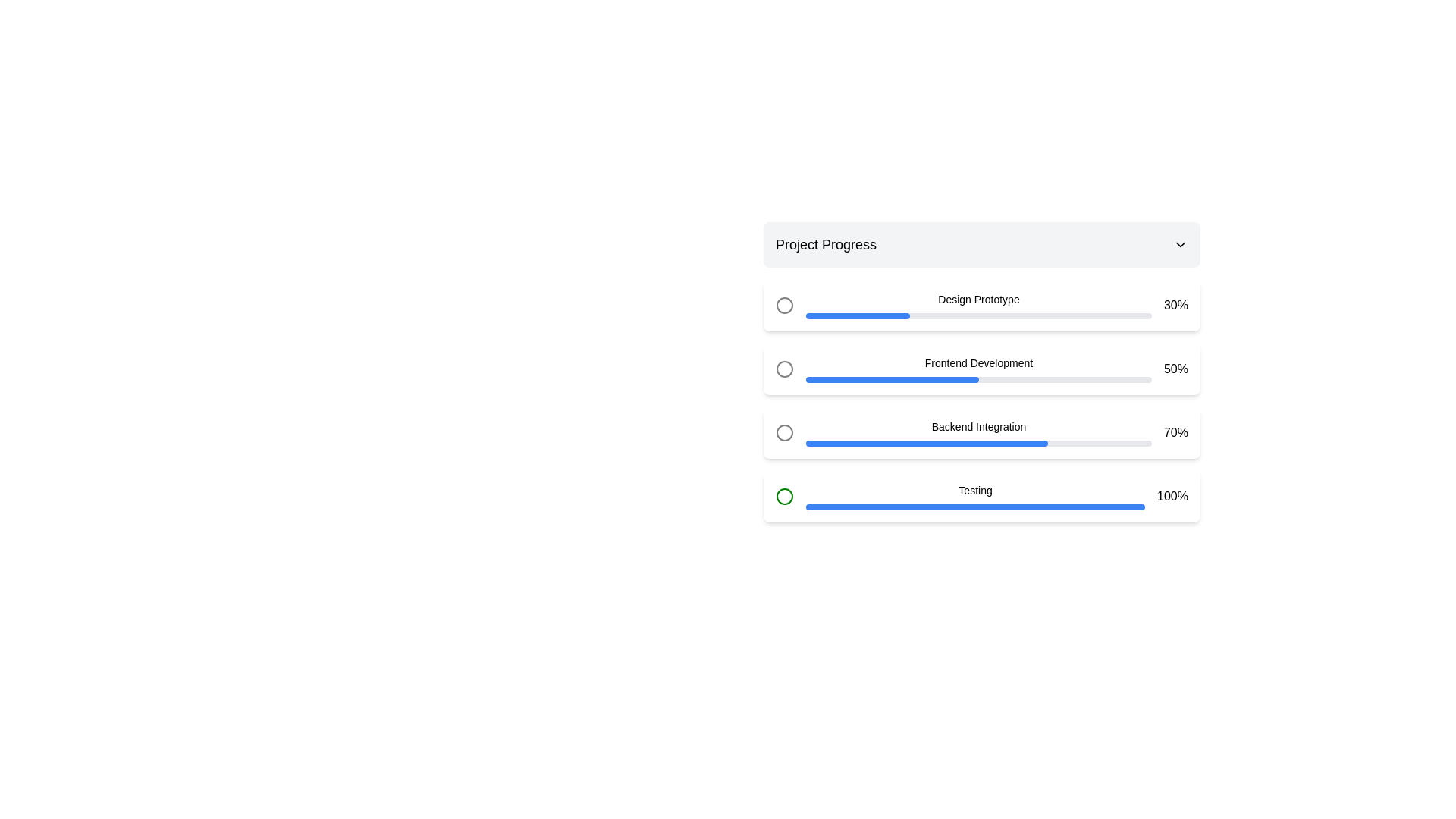  I want to click on the 'Testing' text label that provides context for the associated progress bar in the 'Project Progress' section, so click(975, 491).